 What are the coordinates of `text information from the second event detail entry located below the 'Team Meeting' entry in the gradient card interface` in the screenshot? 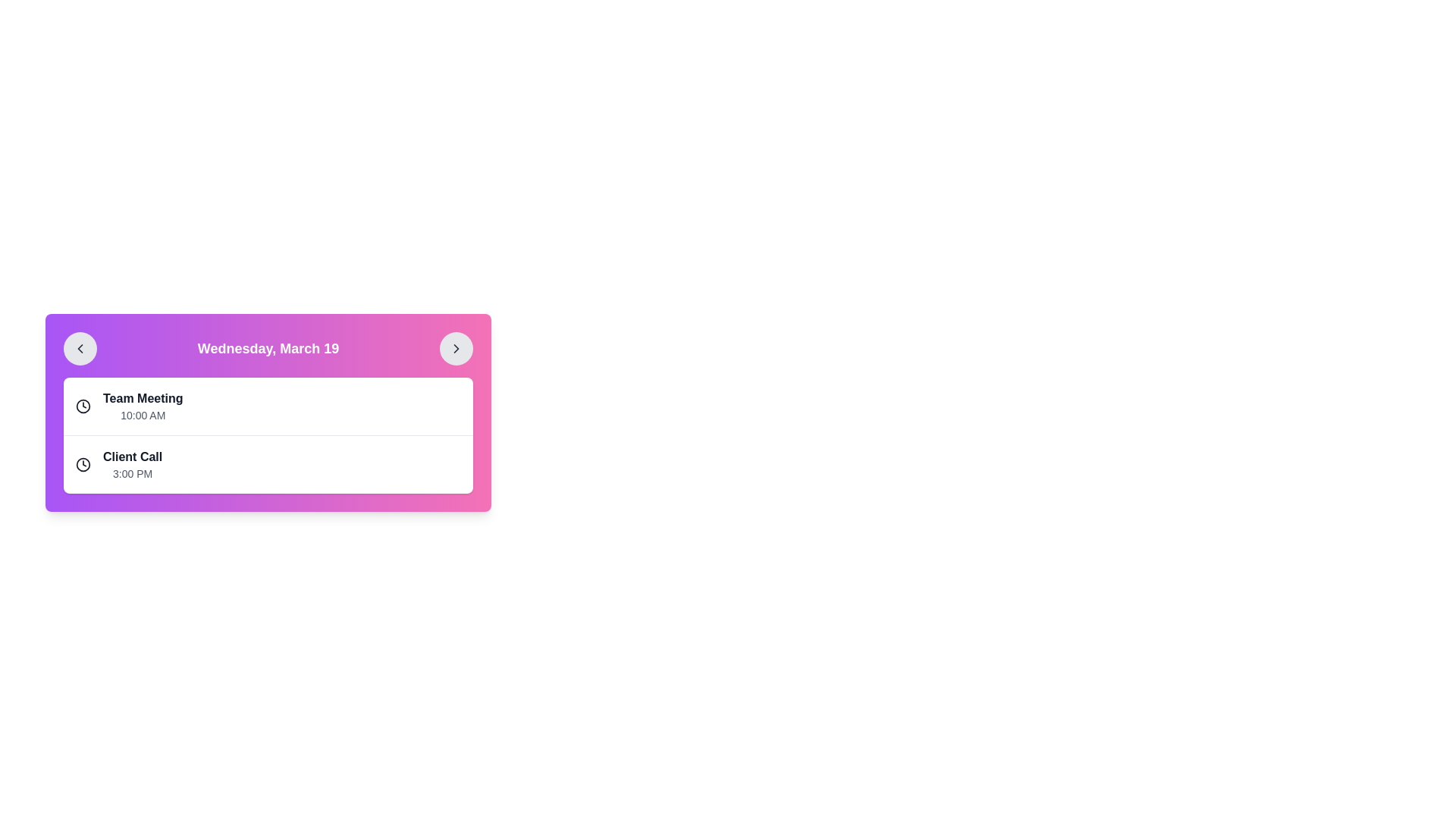 It's located at (268, 489).